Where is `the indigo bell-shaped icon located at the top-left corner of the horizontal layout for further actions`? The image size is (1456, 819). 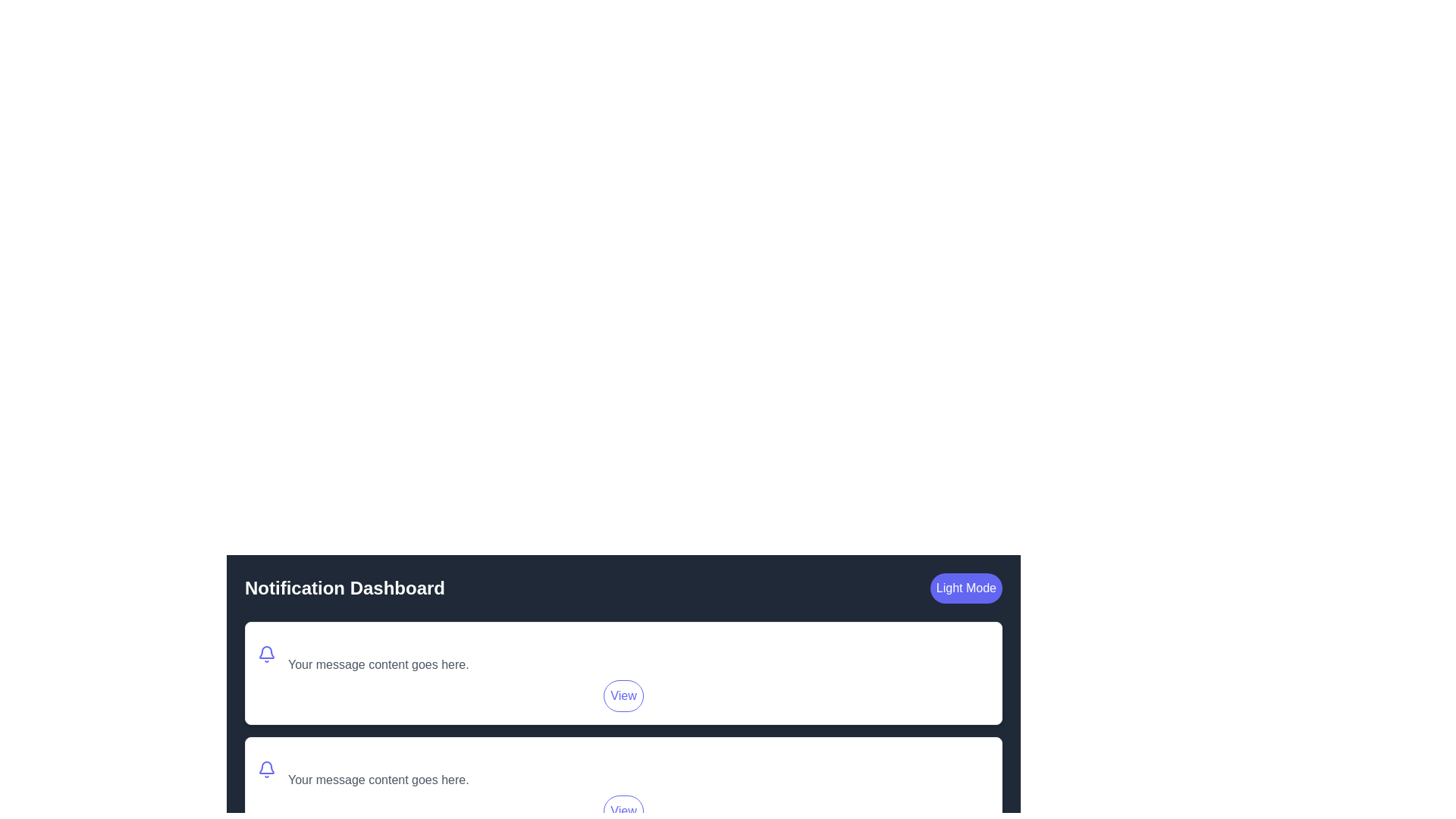
the indigo bell-shaped icon located at the top-left corner of the horizontal layout for further actions is located at coordinates (266, 654).